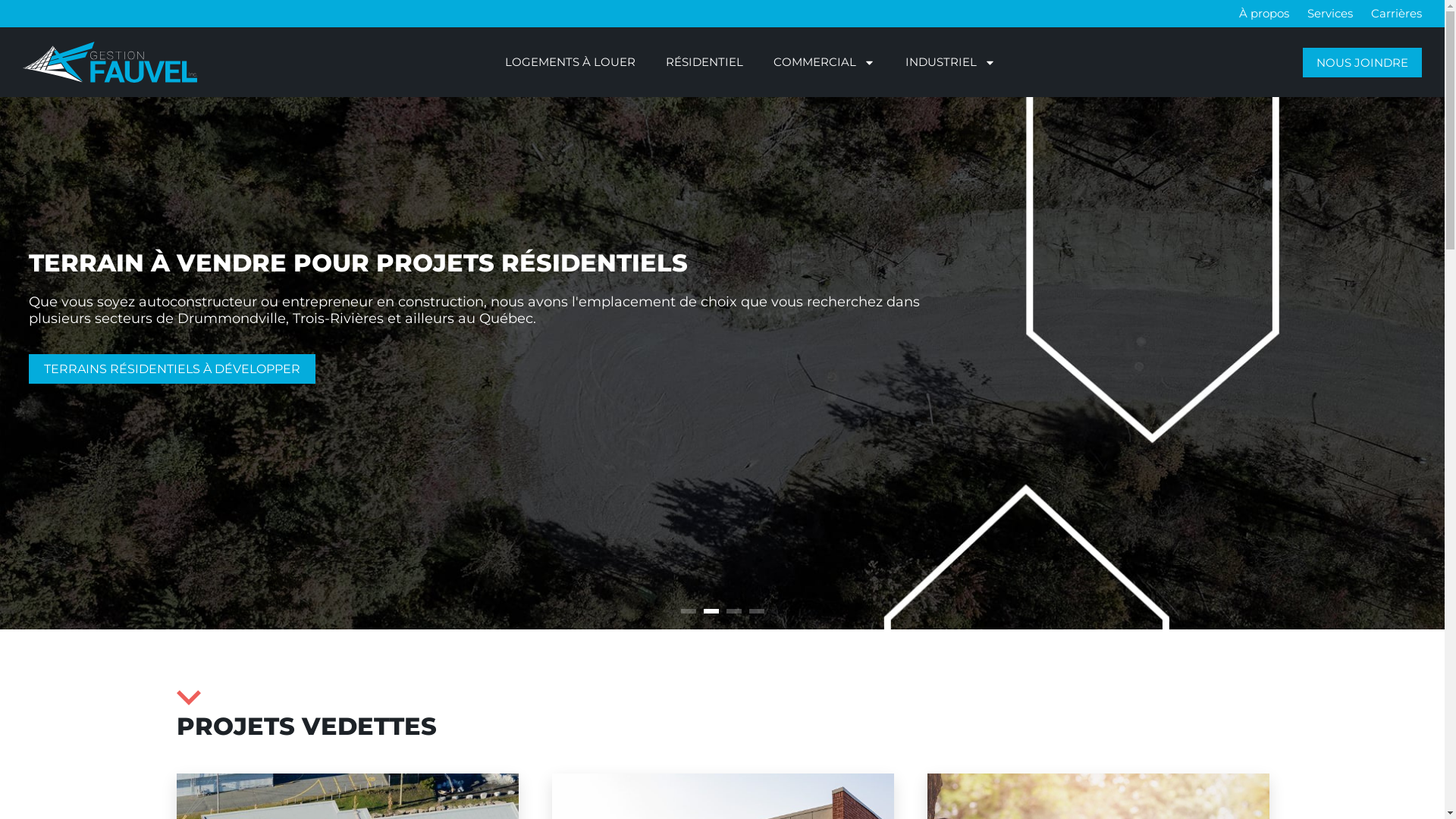  I want to click on '3', so click(734, 610).